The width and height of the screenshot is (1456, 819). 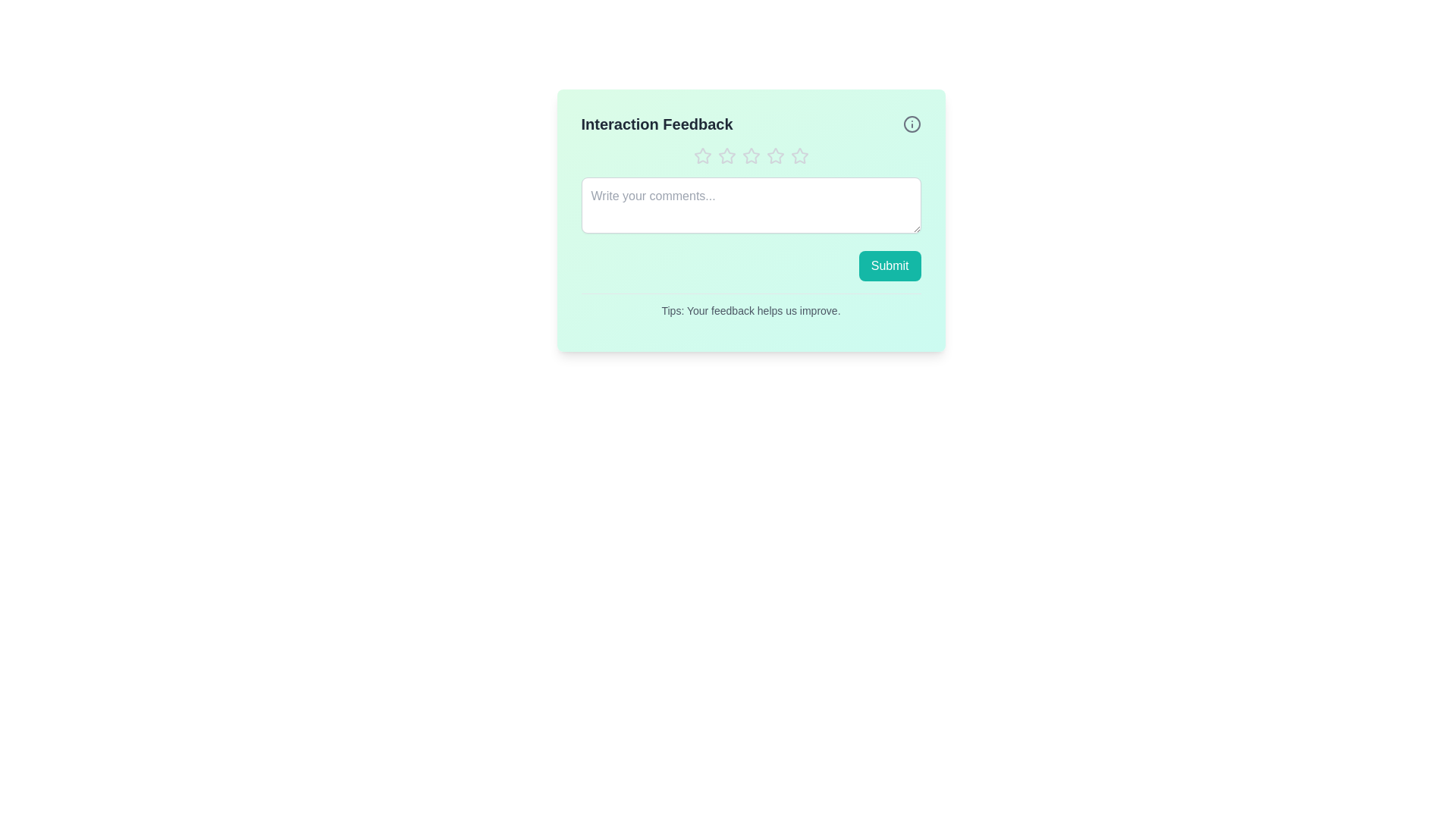 What do you see at coordinates (890, 265) in the screenshot?
I see `the submit button to submit feedback` at bounding box center [890, 265].